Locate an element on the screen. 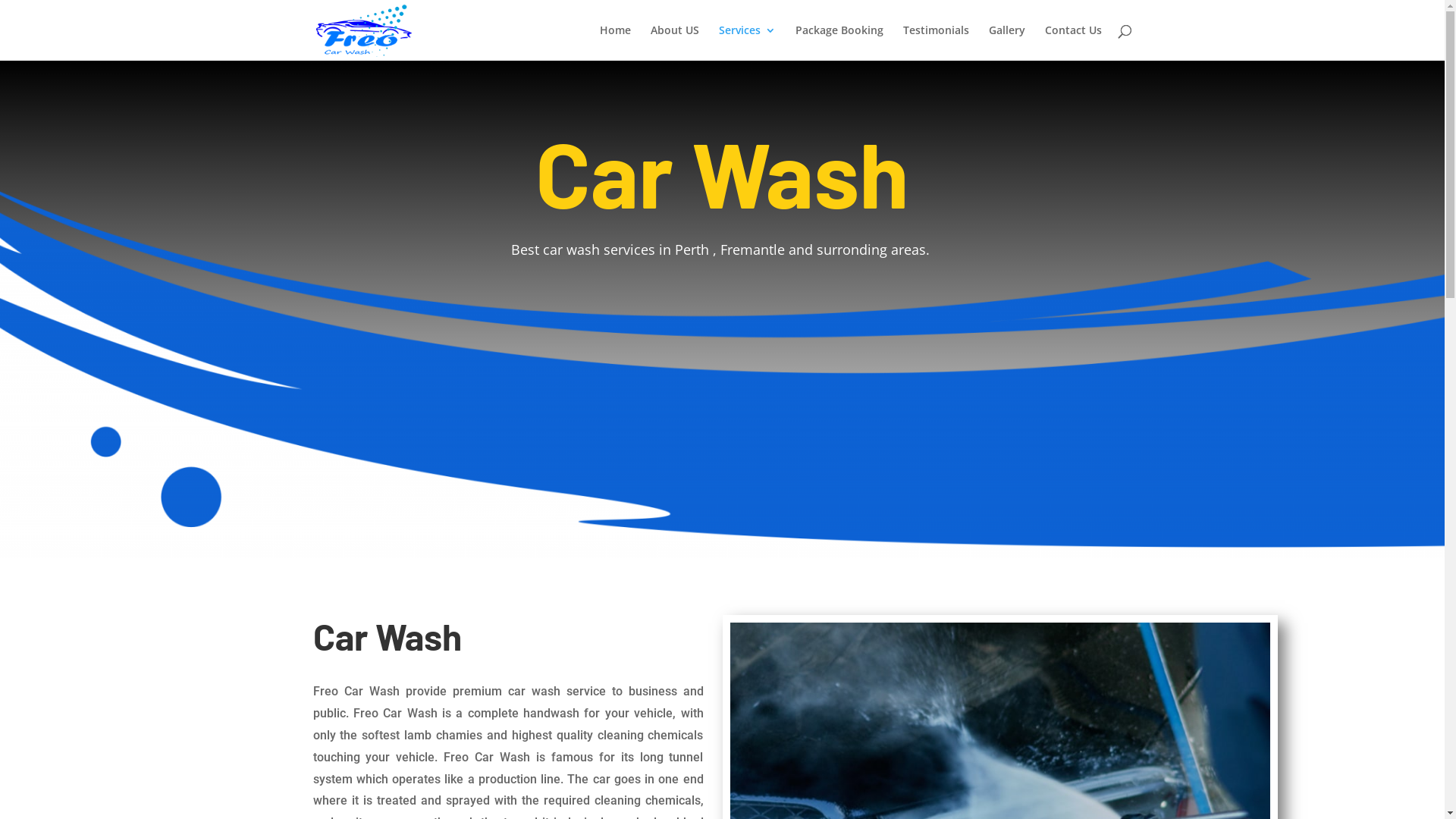 The height and width of the screenshot is (819, 1456). 'Package Booking' is located at coordinates (837, 42).